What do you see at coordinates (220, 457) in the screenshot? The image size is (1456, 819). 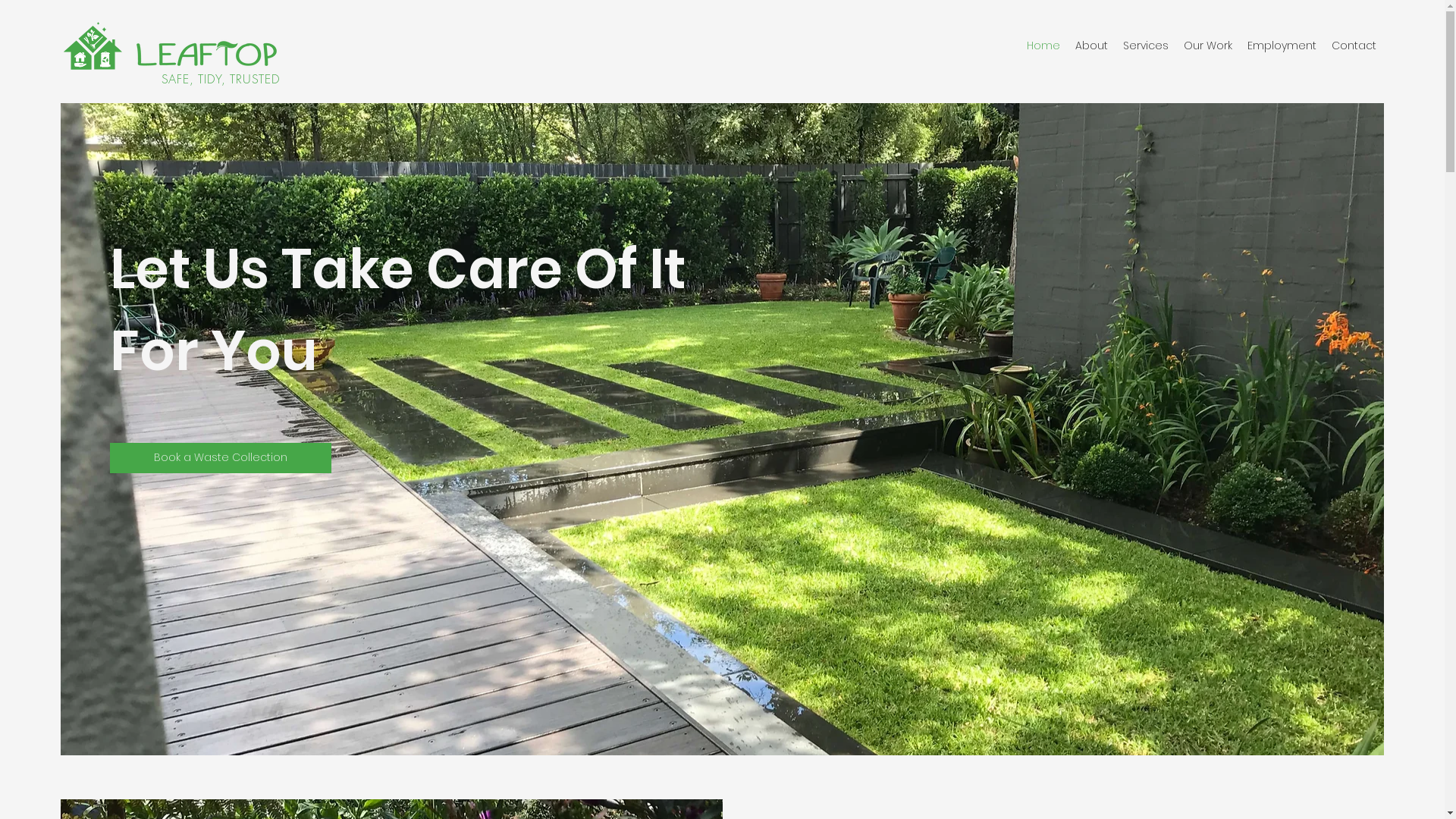 I see `'Book a Waste Collection'` at bounding box center [220, 457].